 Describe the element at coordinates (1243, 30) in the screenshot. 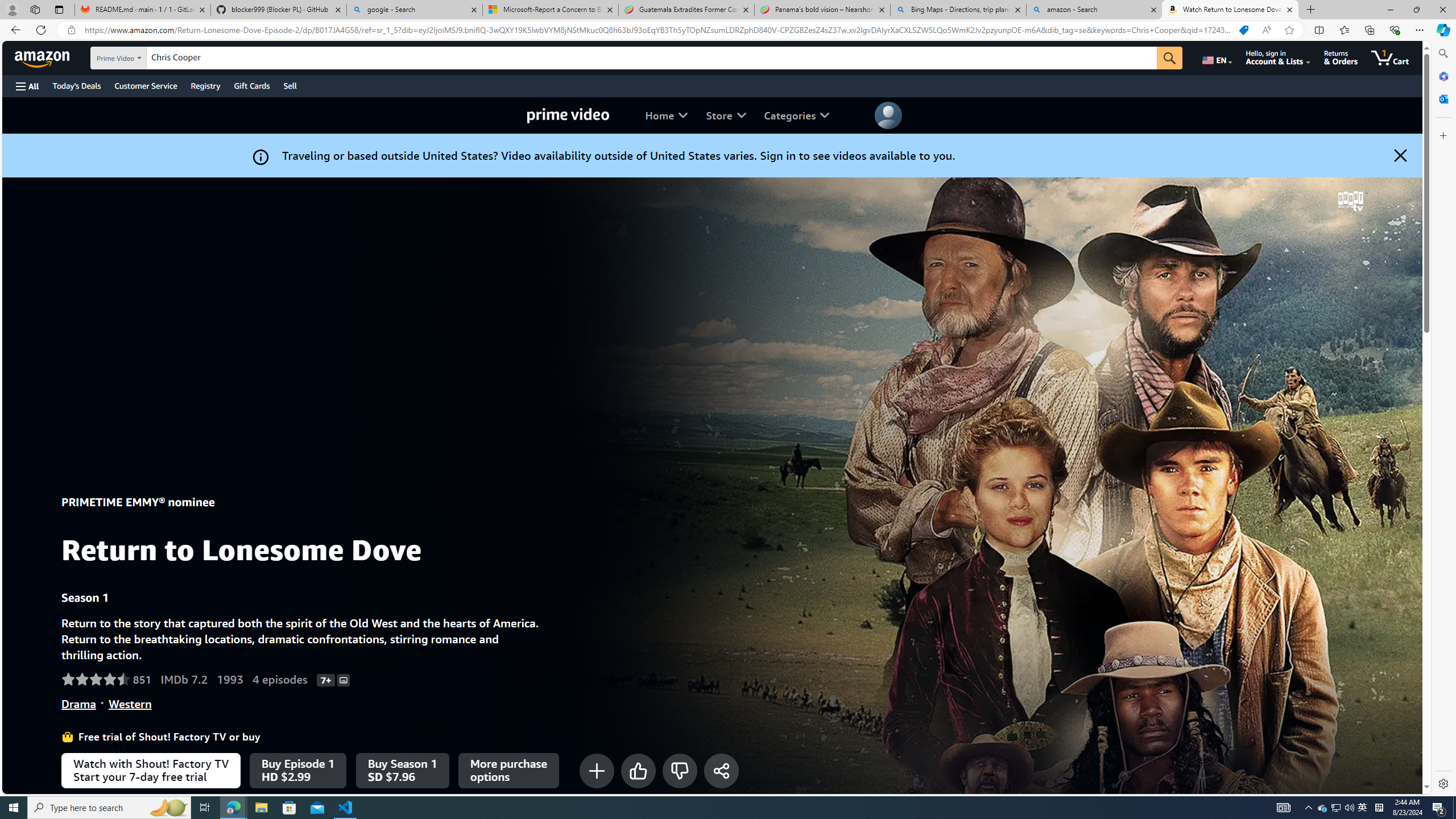

I see `'Shopping in Microsoft Edge'` at that location.